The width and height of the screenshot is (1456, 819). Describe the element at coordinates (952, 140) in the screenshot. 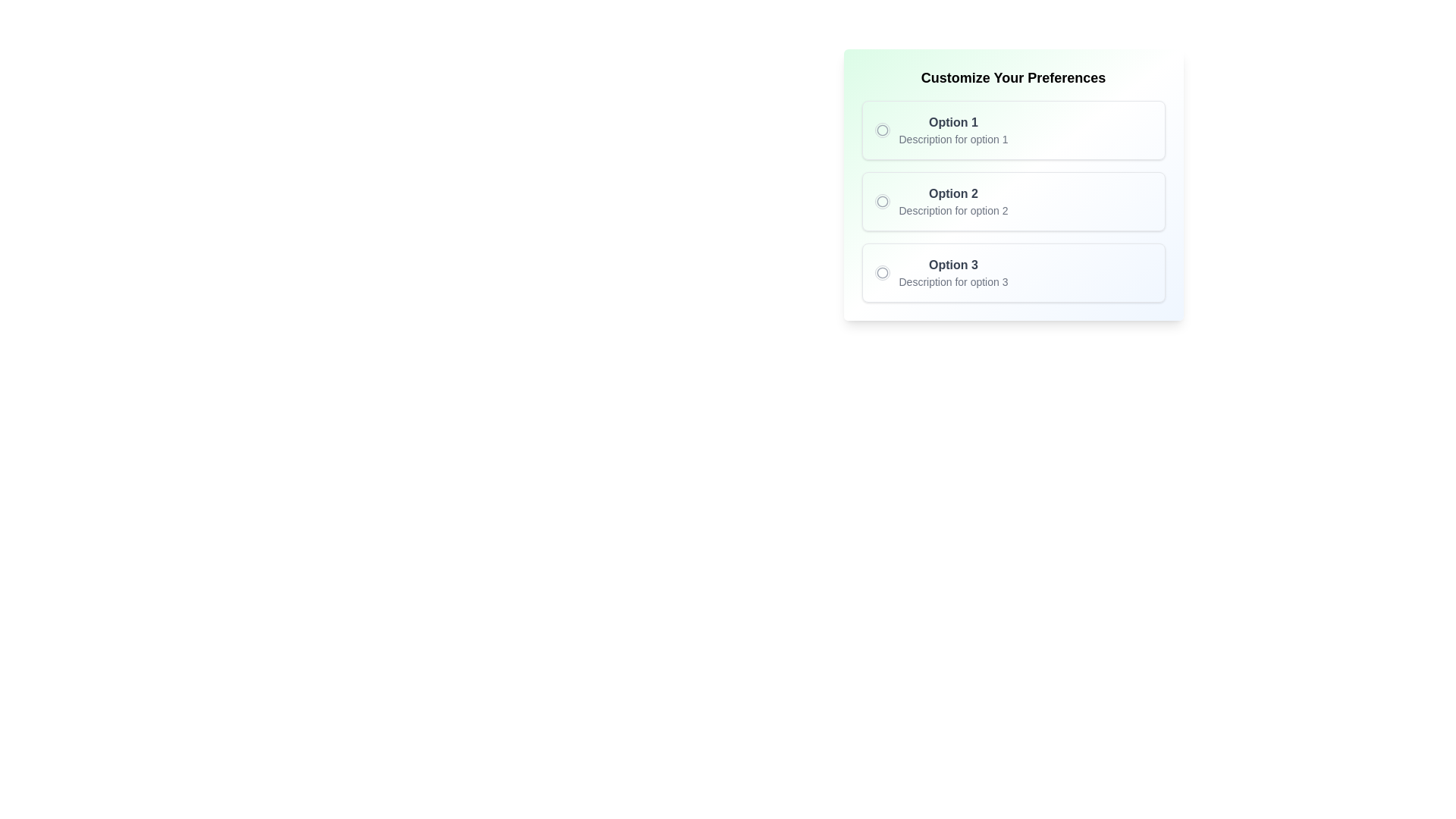

I see `the descriptive text reading 'Description for option 1', which is styled in a smaller gray font and positioned directly below the main label 'Option 1' in a vertically stacked list of options` at that location.